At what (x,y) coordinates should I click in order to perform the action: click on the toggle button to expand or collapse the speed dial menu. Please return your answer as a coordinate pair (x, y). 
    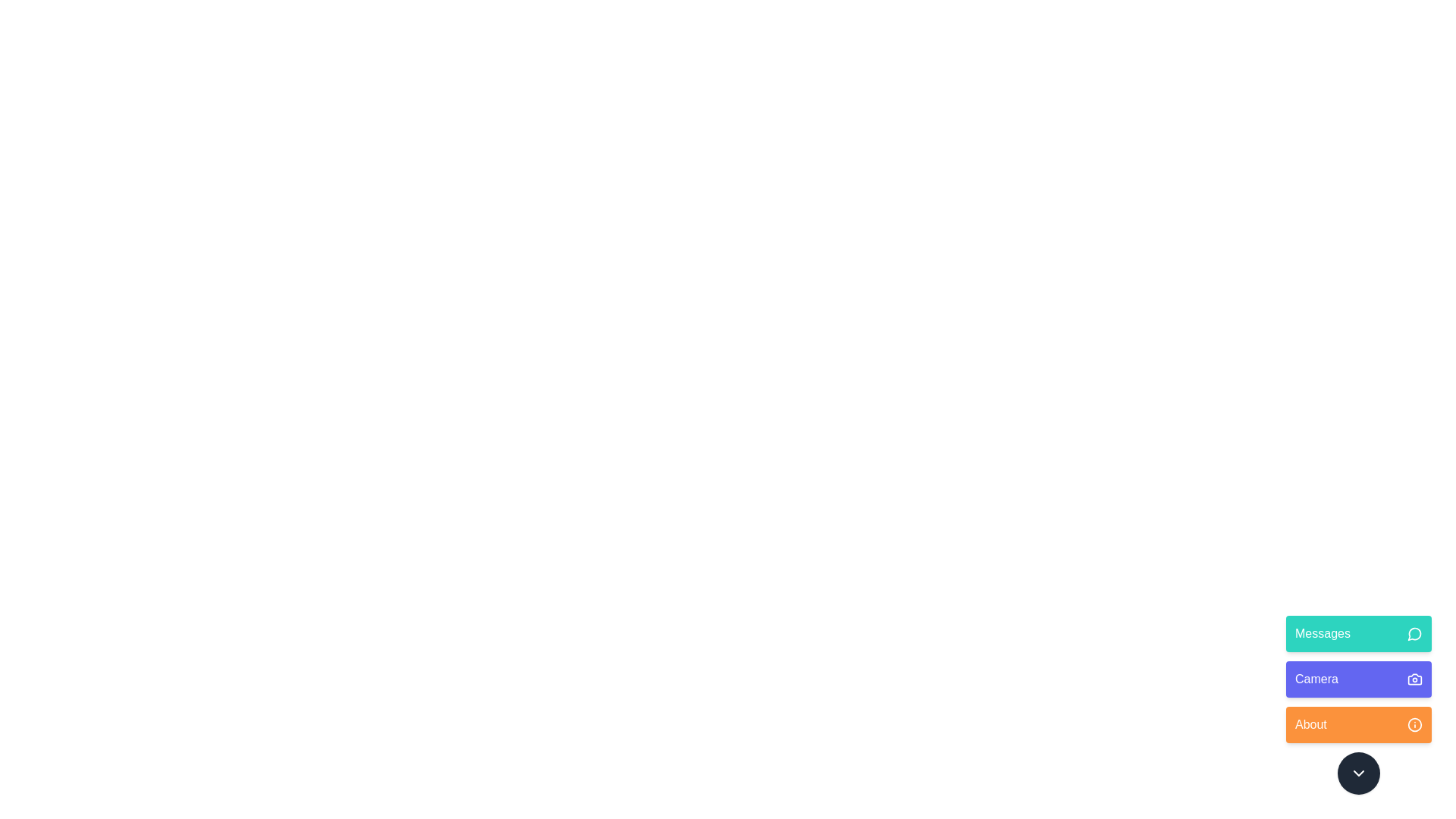
    Looking at the image, I should click on (1358, 773).